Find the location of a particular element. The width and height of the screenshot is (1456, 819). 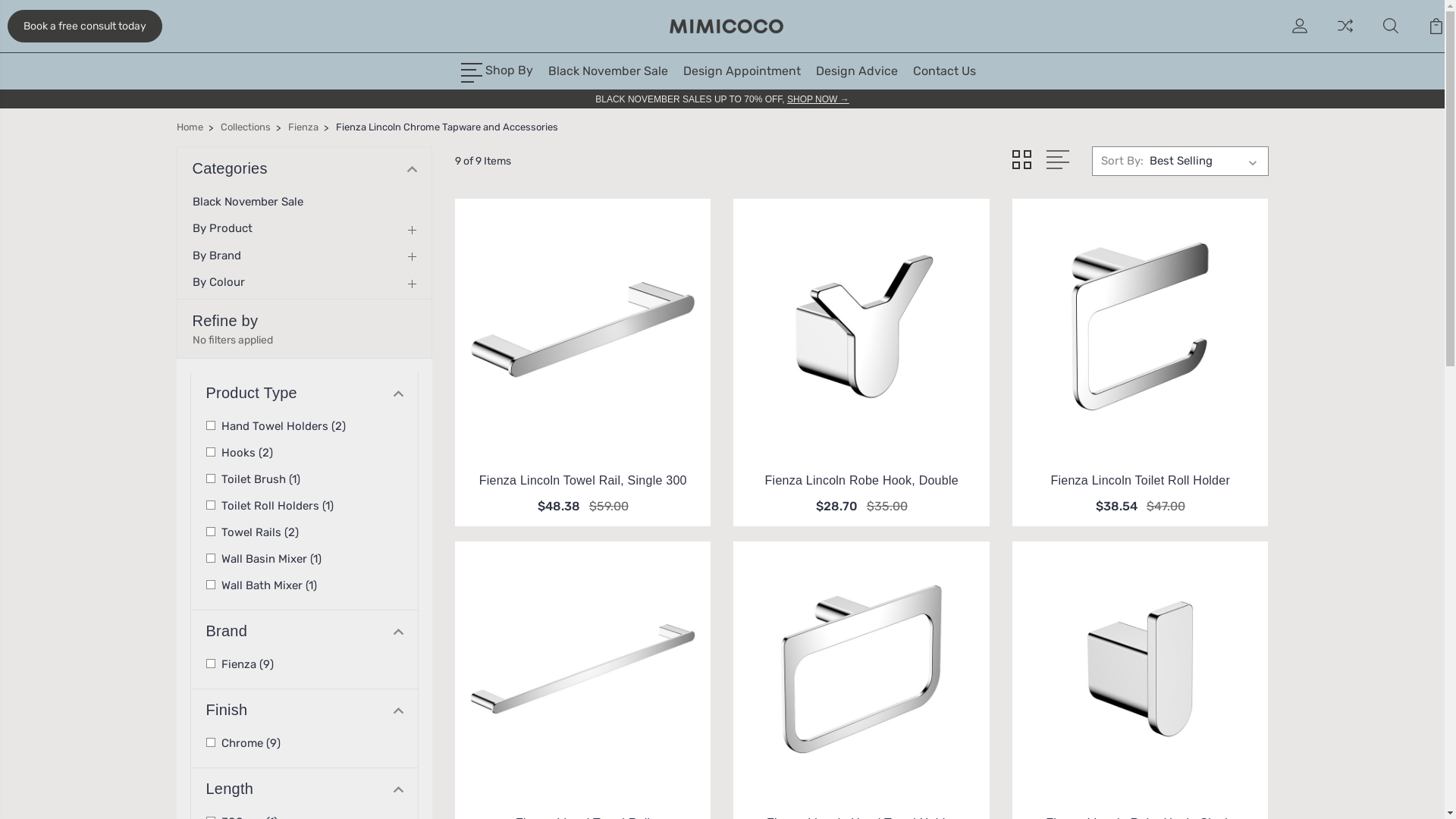

'Wall Bath Mixer (1)' is located at coordinates (206, 584).